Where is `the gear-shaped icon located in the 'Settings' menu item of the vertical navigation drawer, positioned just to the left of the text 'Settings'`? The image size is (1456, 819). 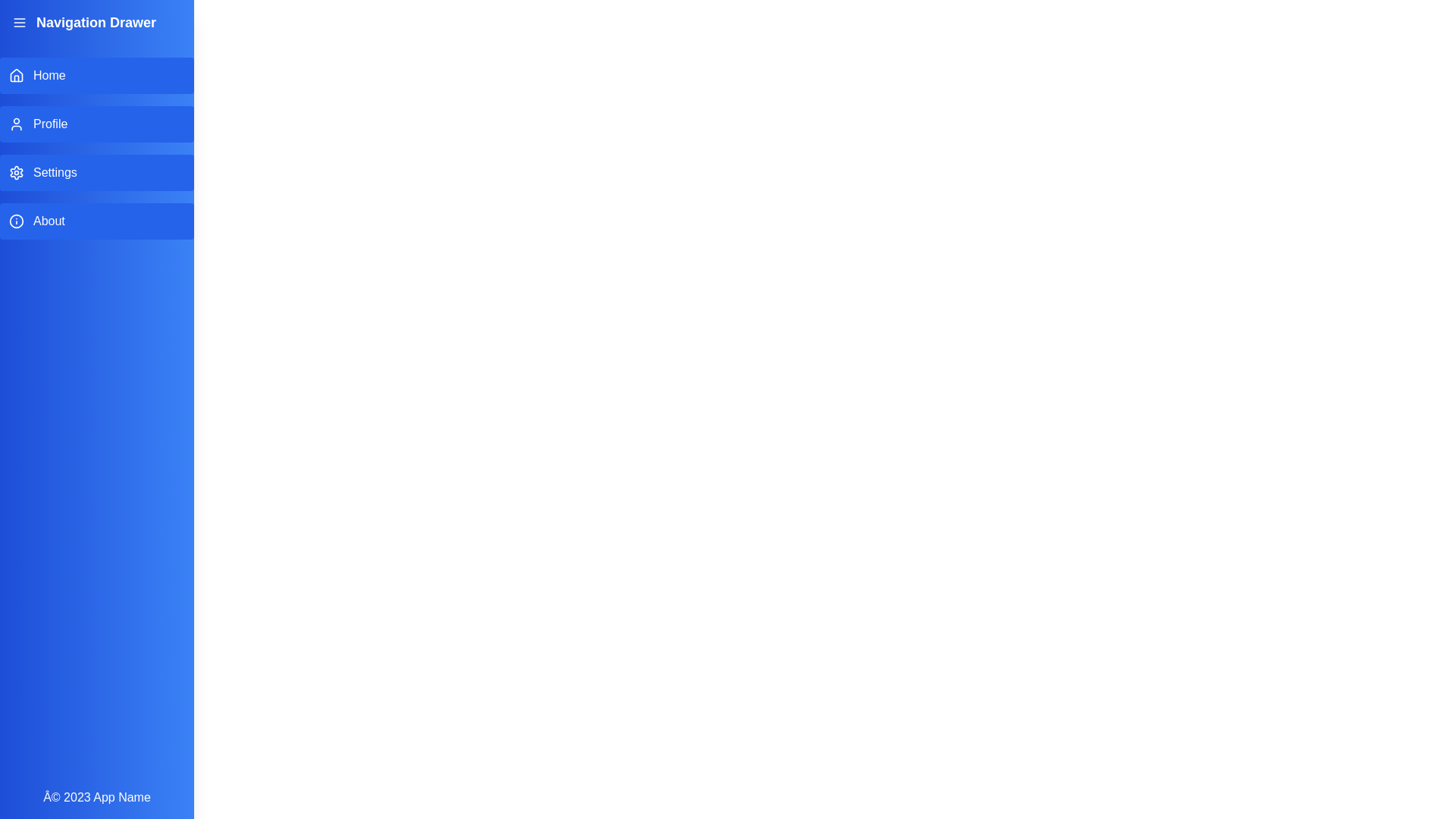
the gear-shaped icon located in the 'Settings' menu item of the vertical navigation drawer, positioned just to the left of the text 'Settings' is located at coordinates (17, 171).